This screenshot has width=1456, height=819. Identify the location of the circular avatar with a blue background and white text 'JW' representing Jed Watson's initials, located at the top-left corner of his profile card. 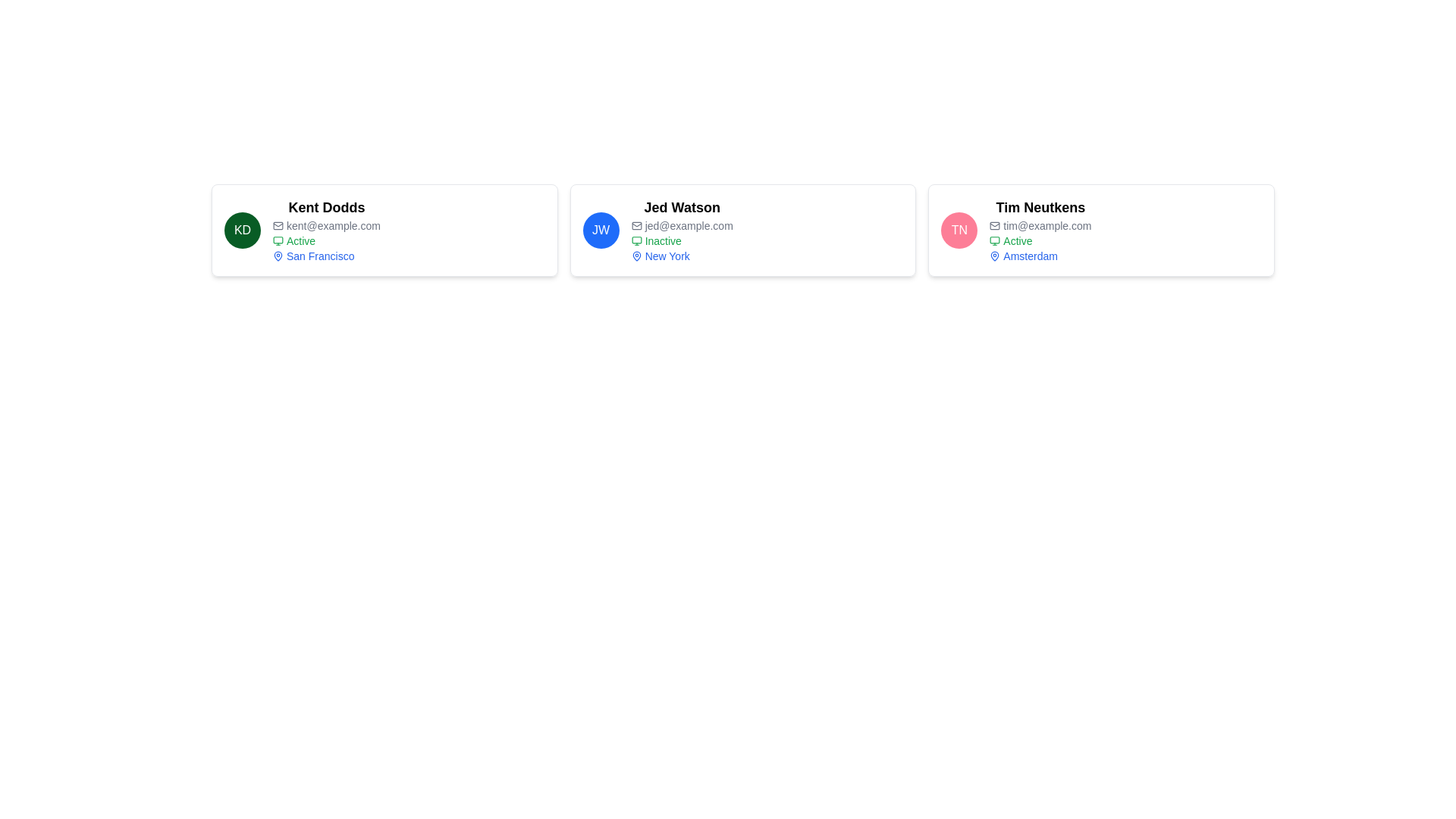
(600, 231).